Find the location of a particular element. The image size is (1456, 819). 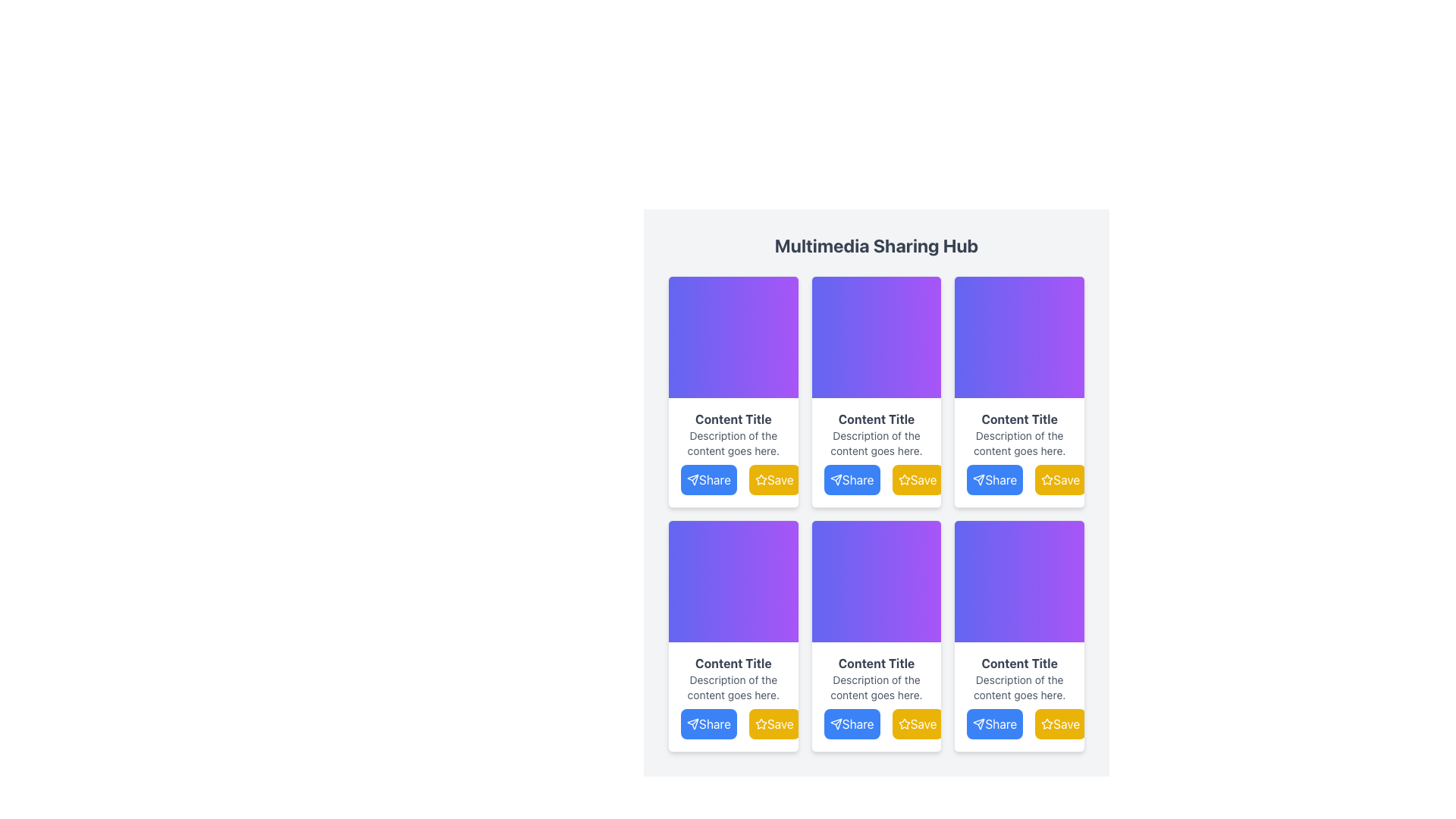

the 'Content Title' text label, which is styled in bold dark gray and positioned at the top of the card-like structure is located at coordinates (733, 419).